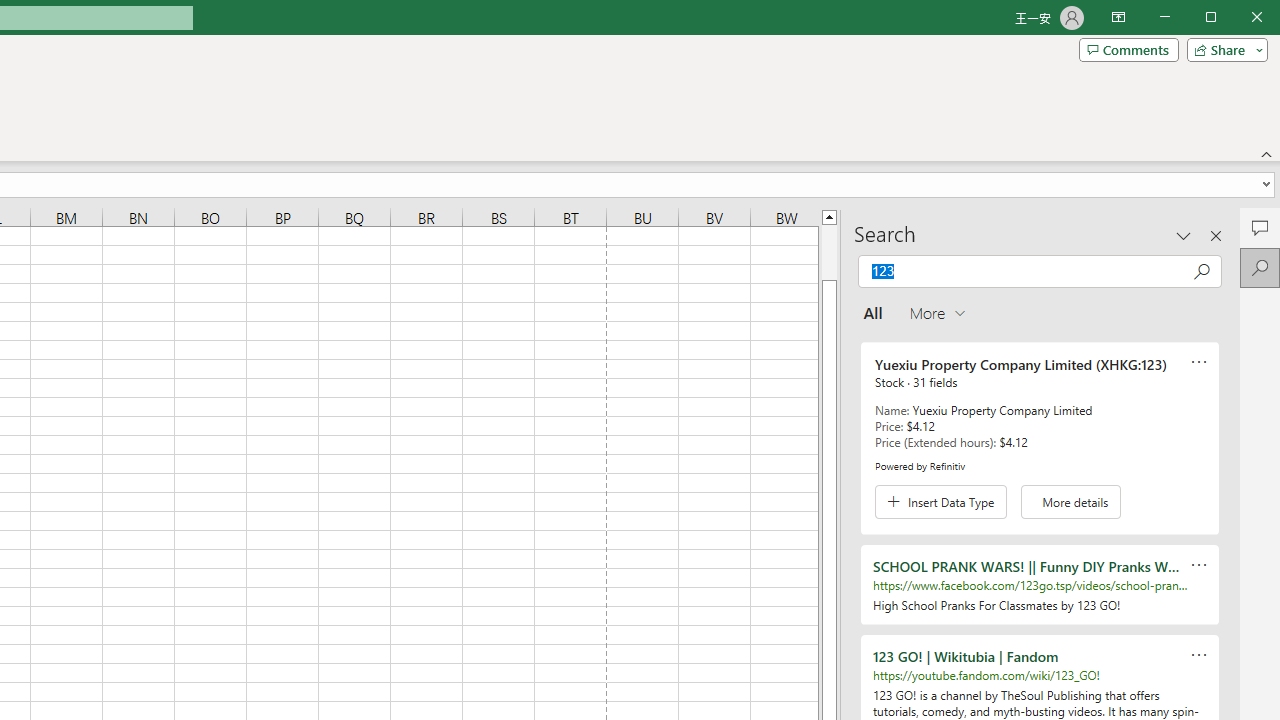 The image size is (1280, 720). I want to click on 'Maximize', so click(1238, 19).